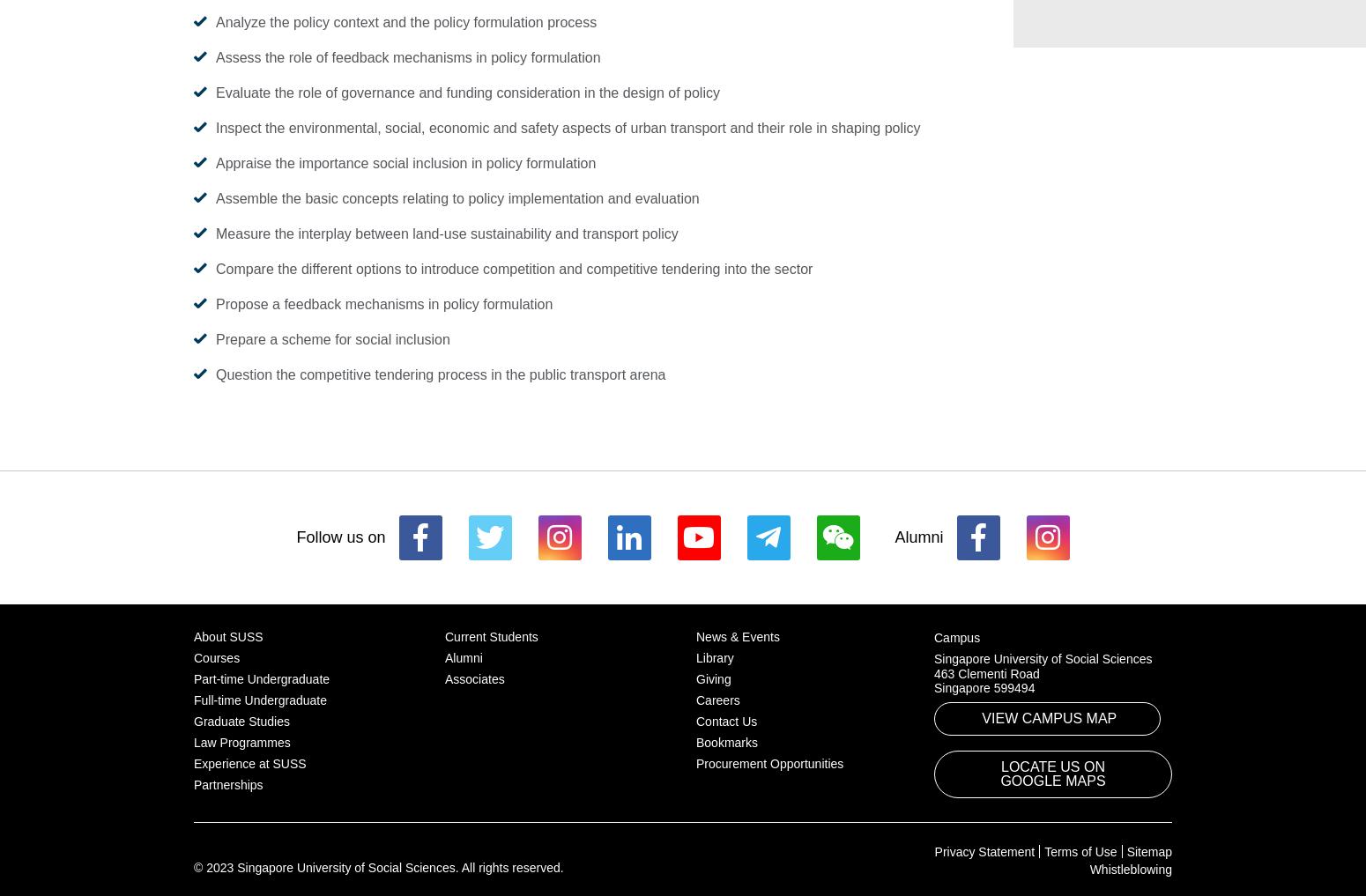 Image resolution: width=1366 pixels, height=896 pixels. Describe the element at coordinates (725, 719) in the screenshot. I see `'Contact Us'` at that location.